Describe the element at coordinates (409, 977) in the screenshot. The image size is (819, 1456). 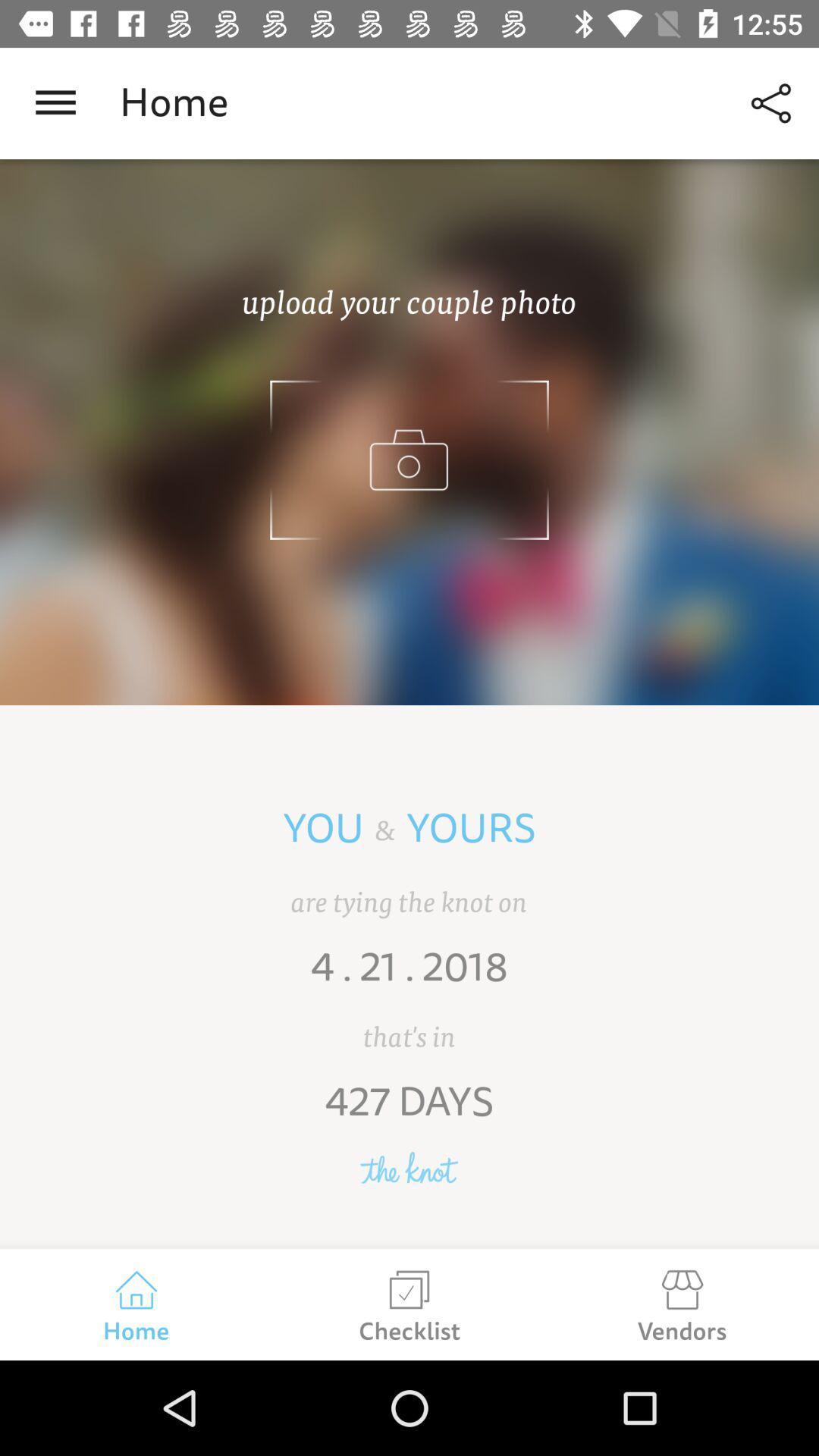
I see `4 . 21 . 2018 item` at that location.